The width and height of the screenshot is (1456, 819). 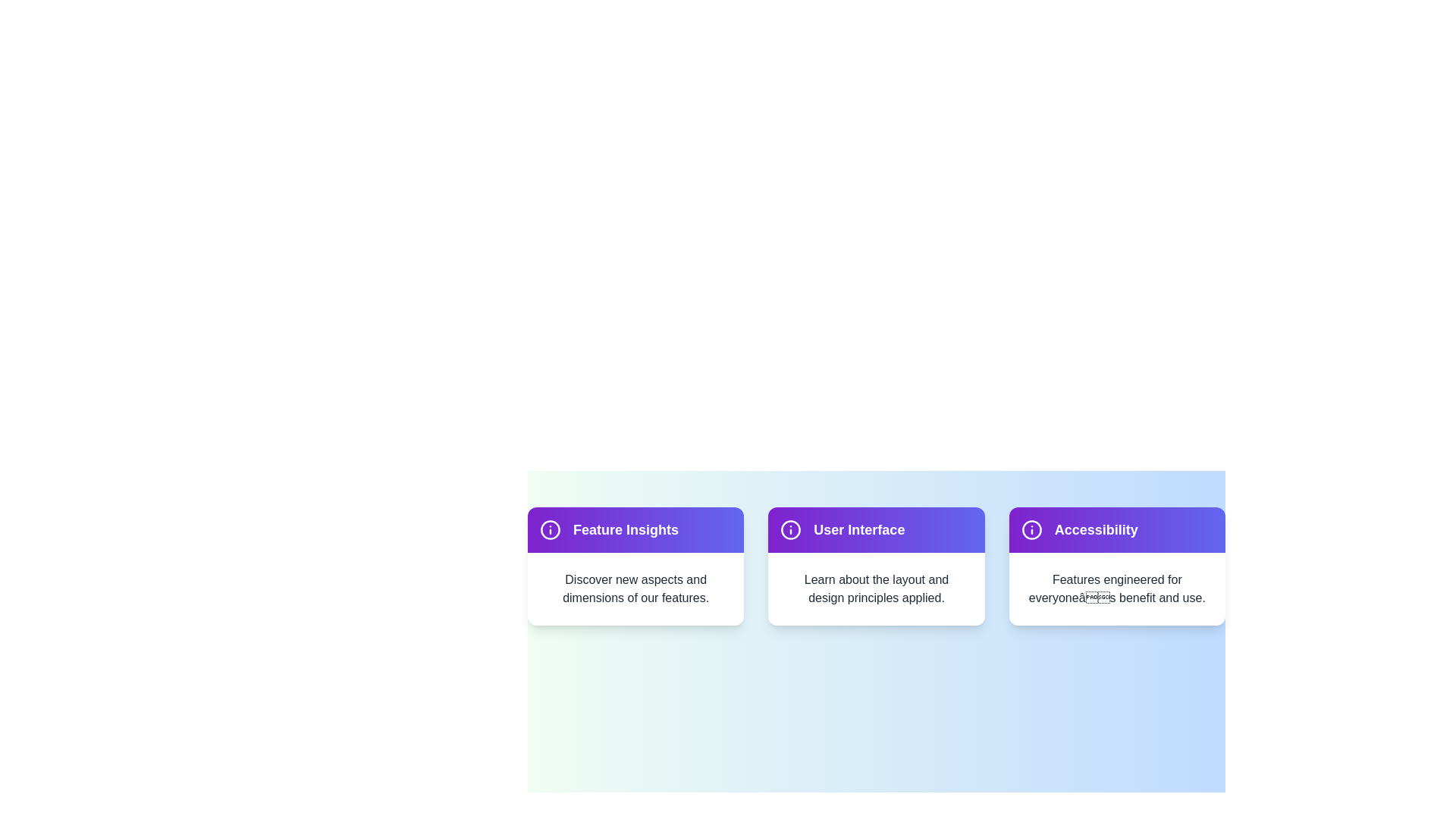 I want to click on text from the Text Label element that displays 'Learn about the layout and design principles applied.', so click(x=877, y=588).